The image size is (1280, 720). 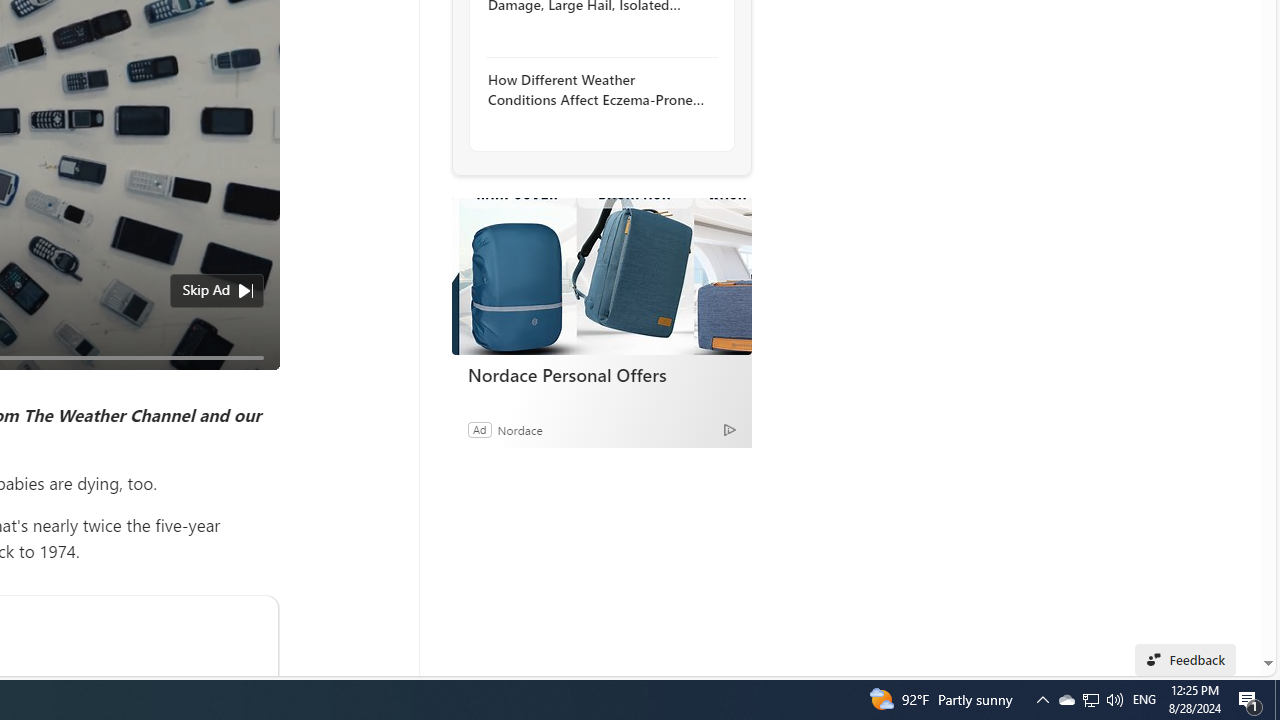 I want to click on 'Skip Ad', so click(x=206, y=290).